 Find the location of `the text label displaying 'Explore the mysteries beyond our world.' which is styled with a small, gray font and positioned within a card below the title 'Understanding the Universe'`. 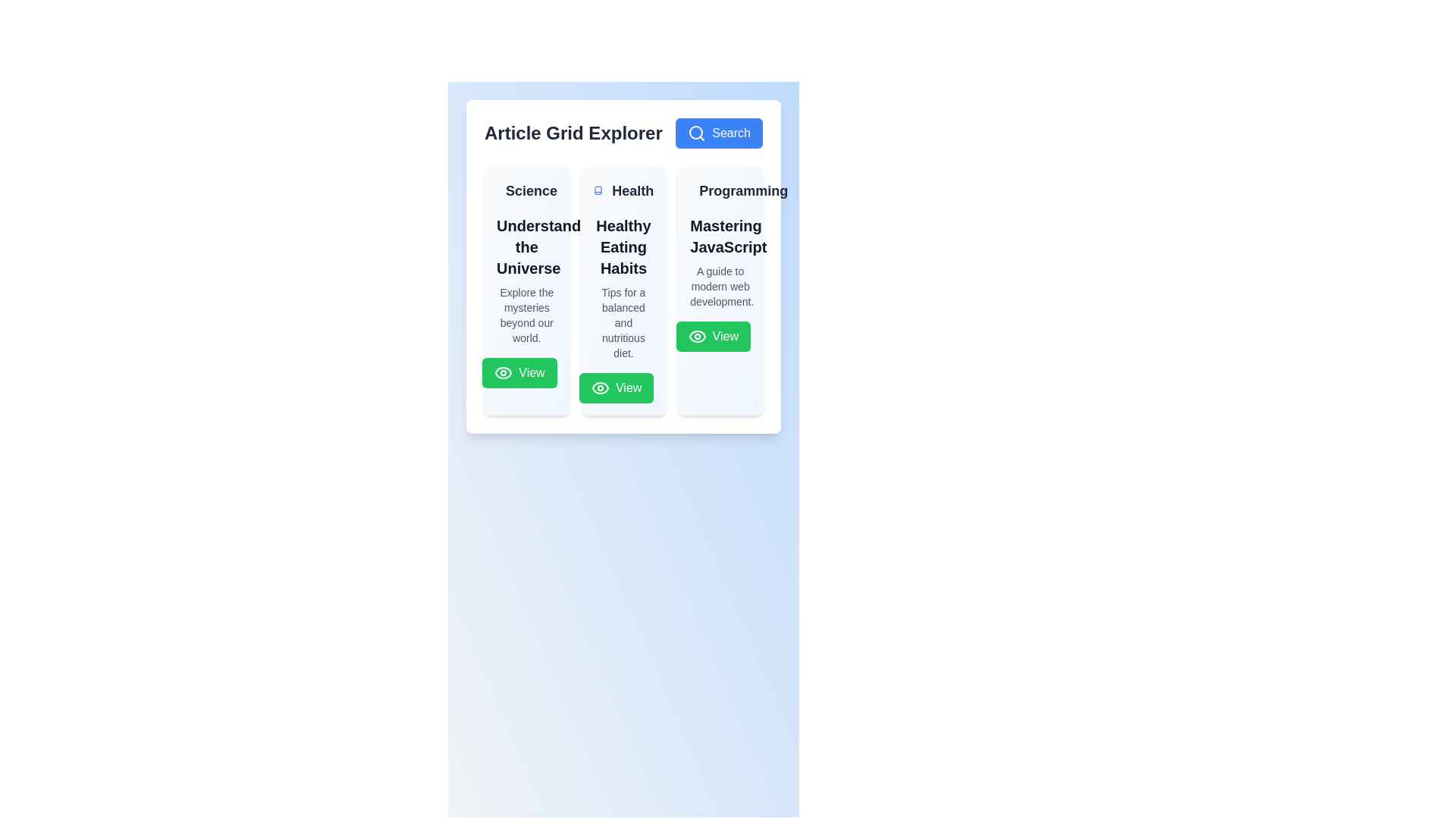

the text label displaying 'Explore the mysteries beyond our world.' which is styled with a small, gray font and positioned within a card below the title 'Understanding the Universe' is located at coordinates (526, 315).